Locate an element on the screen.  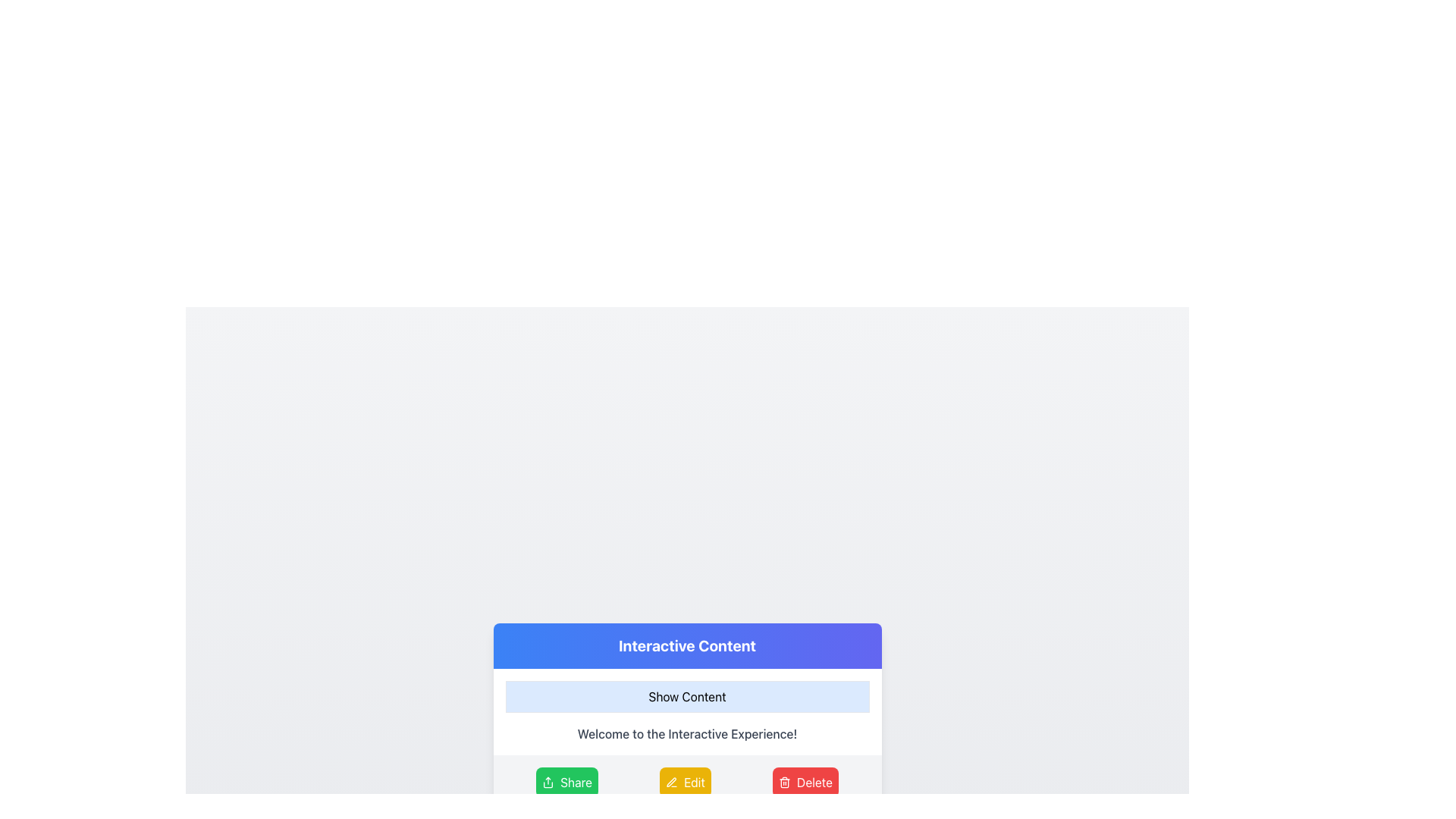
the sharing feature button label is located at coordinates (575, 783).